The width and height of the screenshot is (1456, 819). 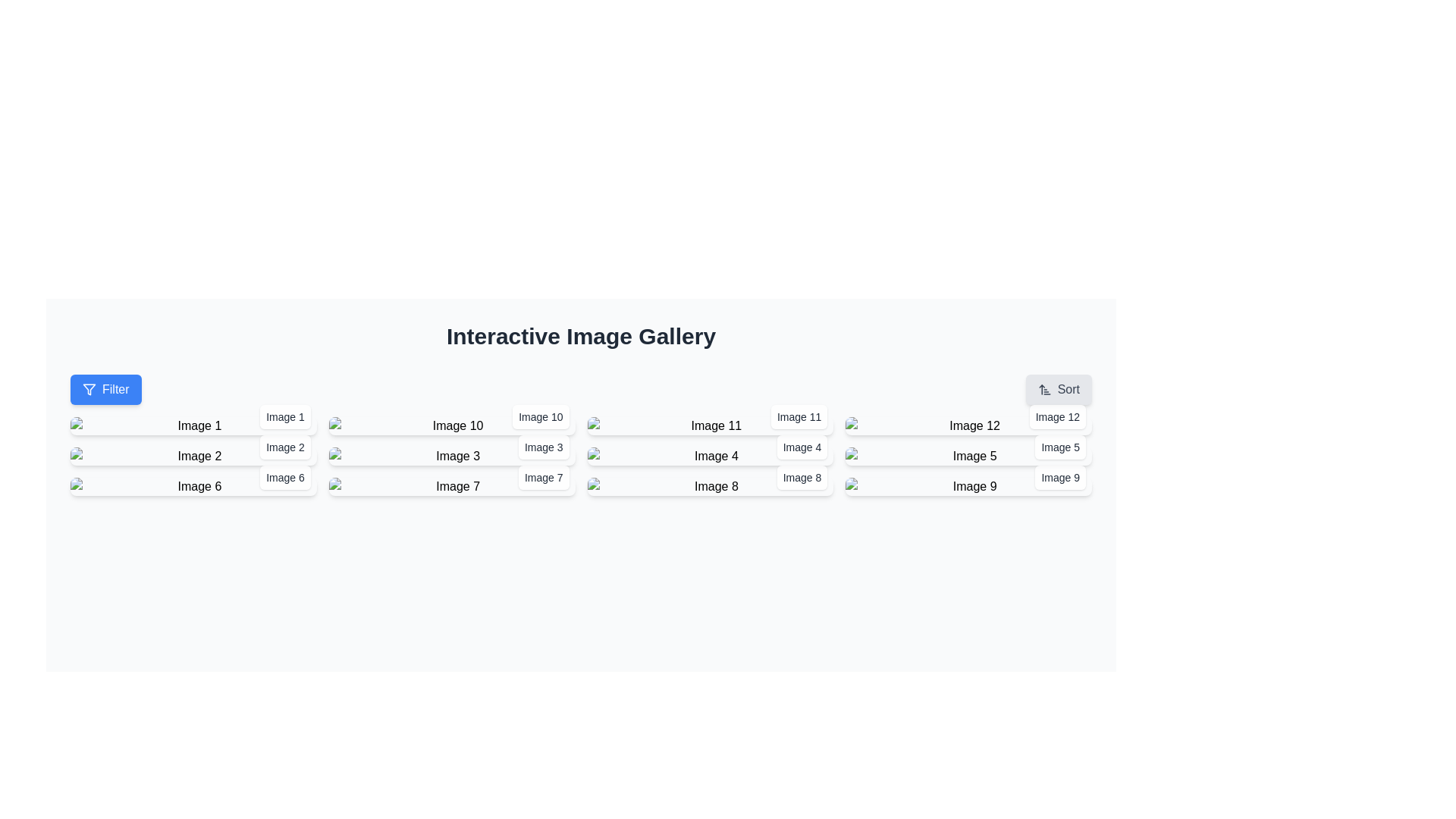 I want to click on the badge-like label displaying the text 'Image 10' for accessibility by moving the cursor to its center point, so click(x=541, y=417).